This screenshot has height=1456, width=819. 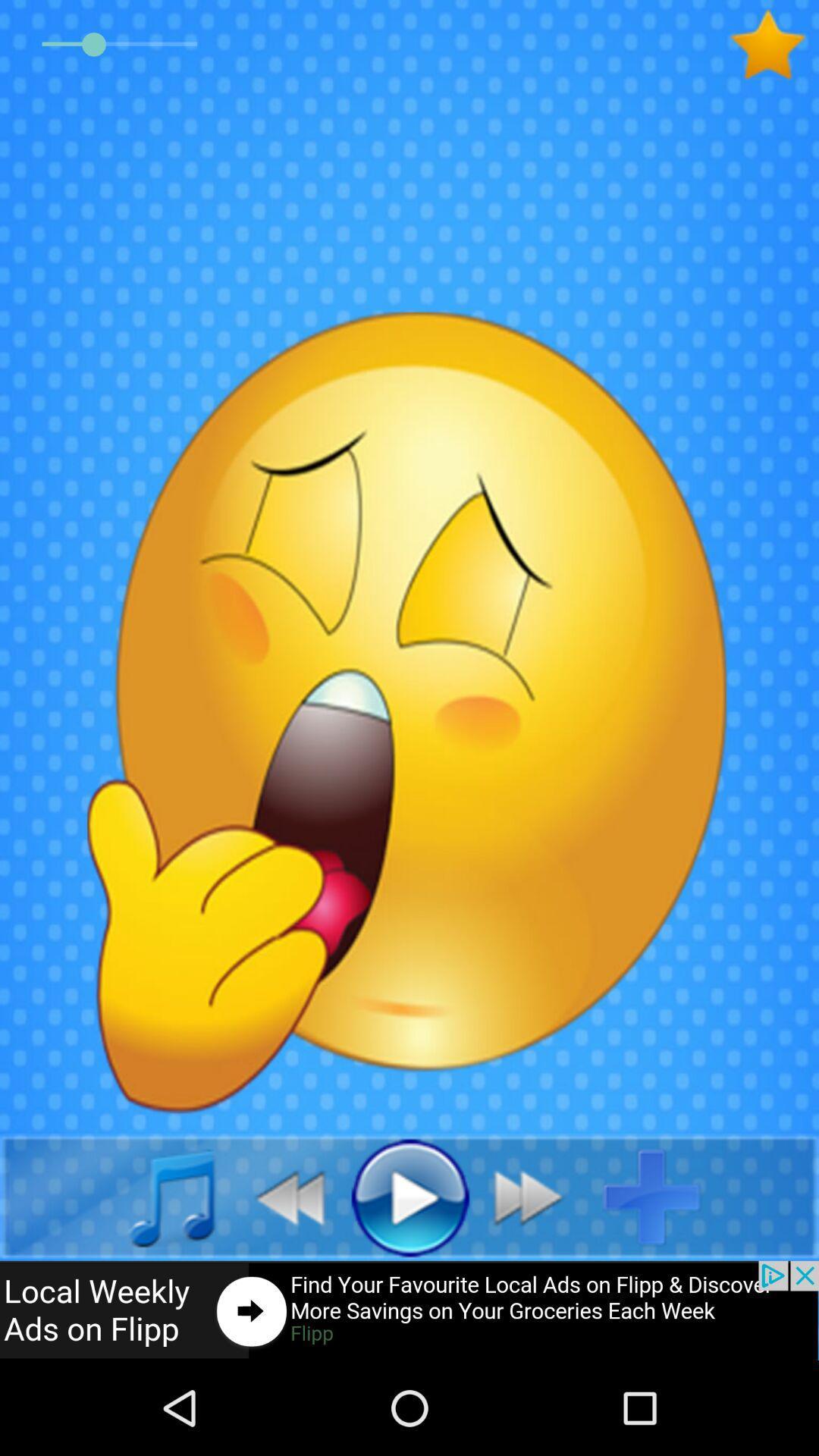 I want to click on previous, so click(x=281, y=1196).